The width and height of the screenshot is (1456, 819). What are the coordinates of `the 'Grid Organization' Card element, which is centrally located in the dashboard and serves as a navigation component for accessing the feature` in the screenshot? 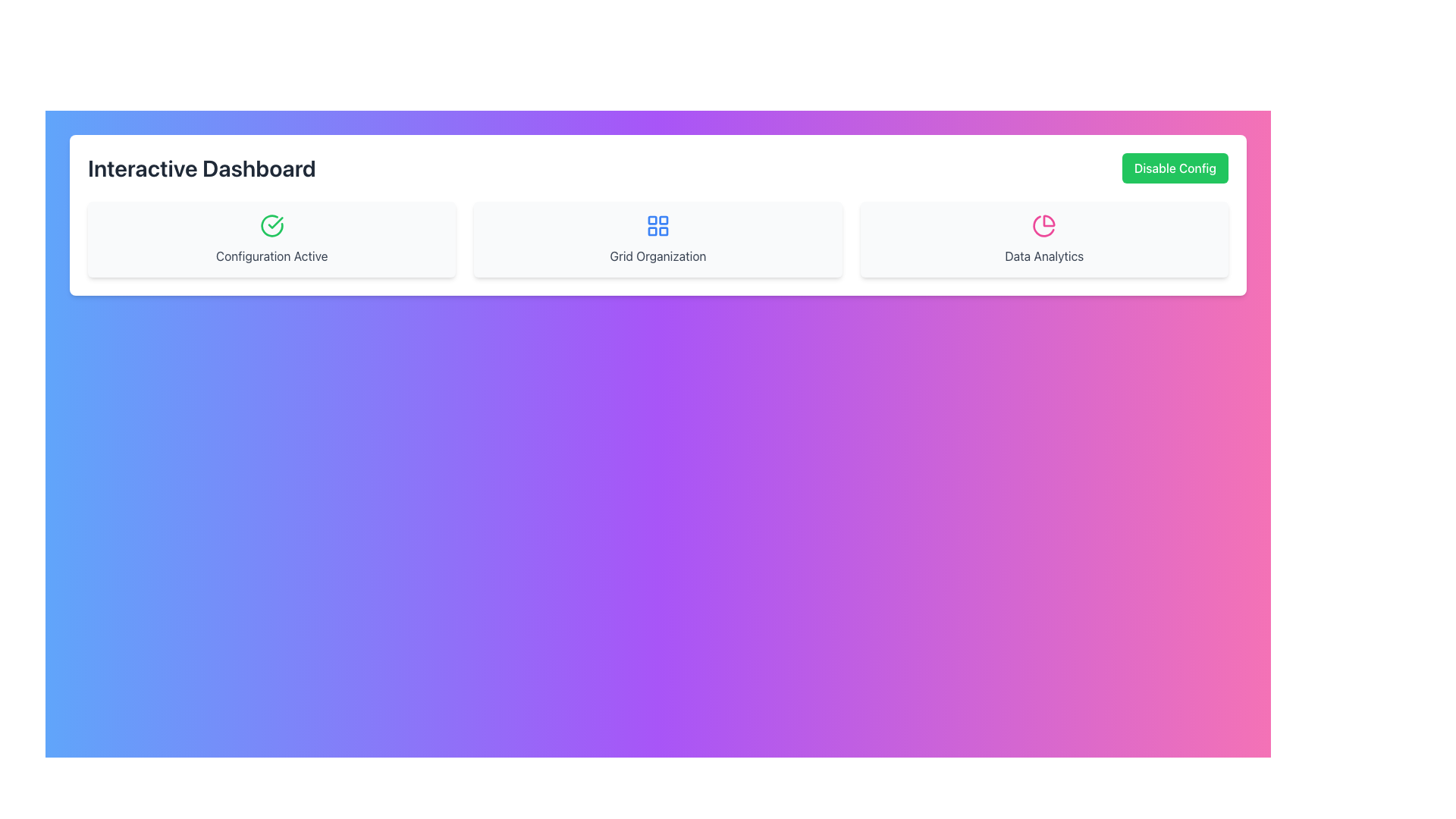 It's located at (658, 239).